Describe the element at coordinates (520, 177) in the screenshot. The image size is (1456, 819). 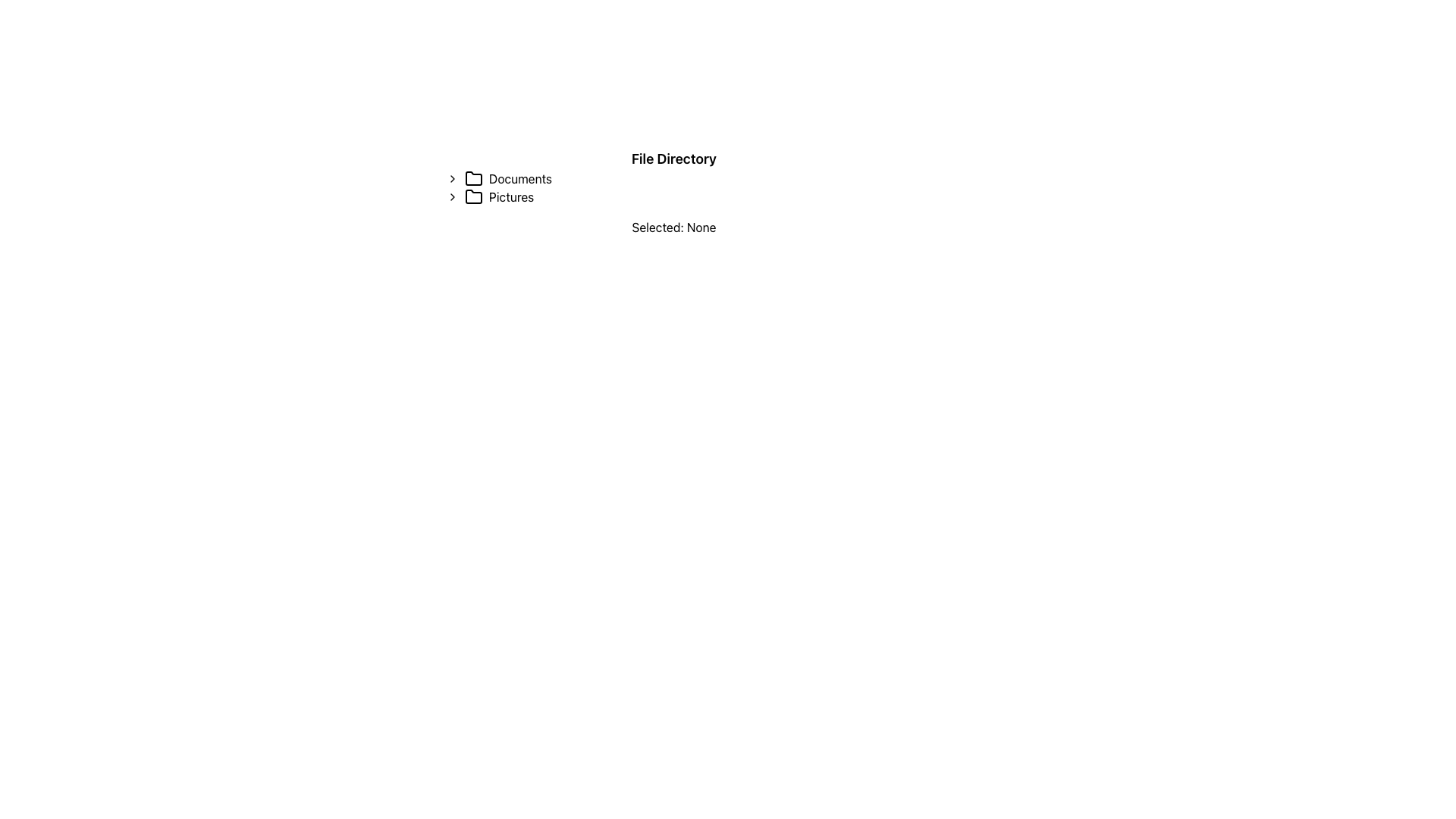
I see `the 'Documents' text label` at that location.